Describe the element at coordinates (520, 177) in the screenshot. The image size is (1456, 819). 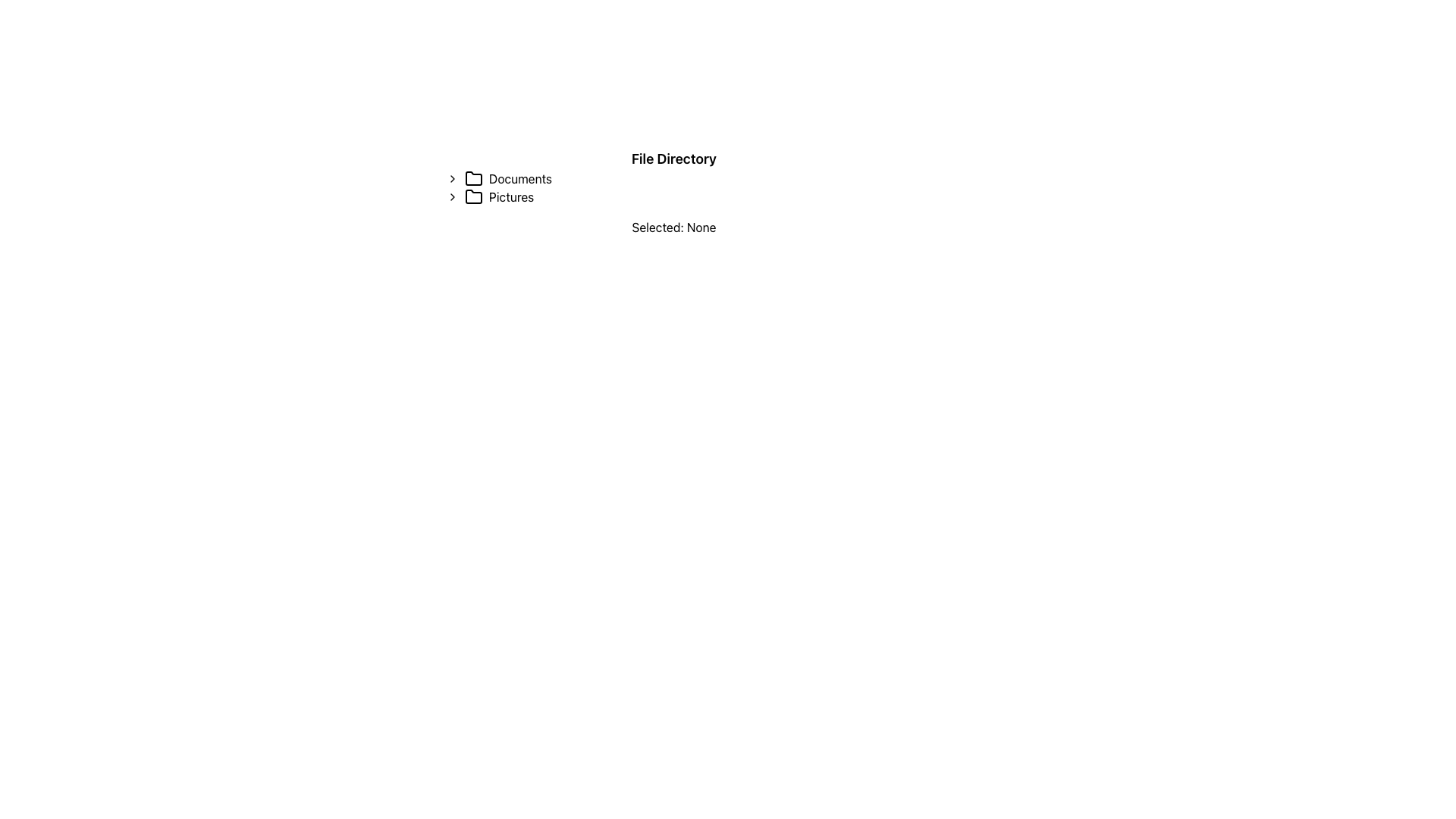
I see `the 'Documents' text label` at that location.